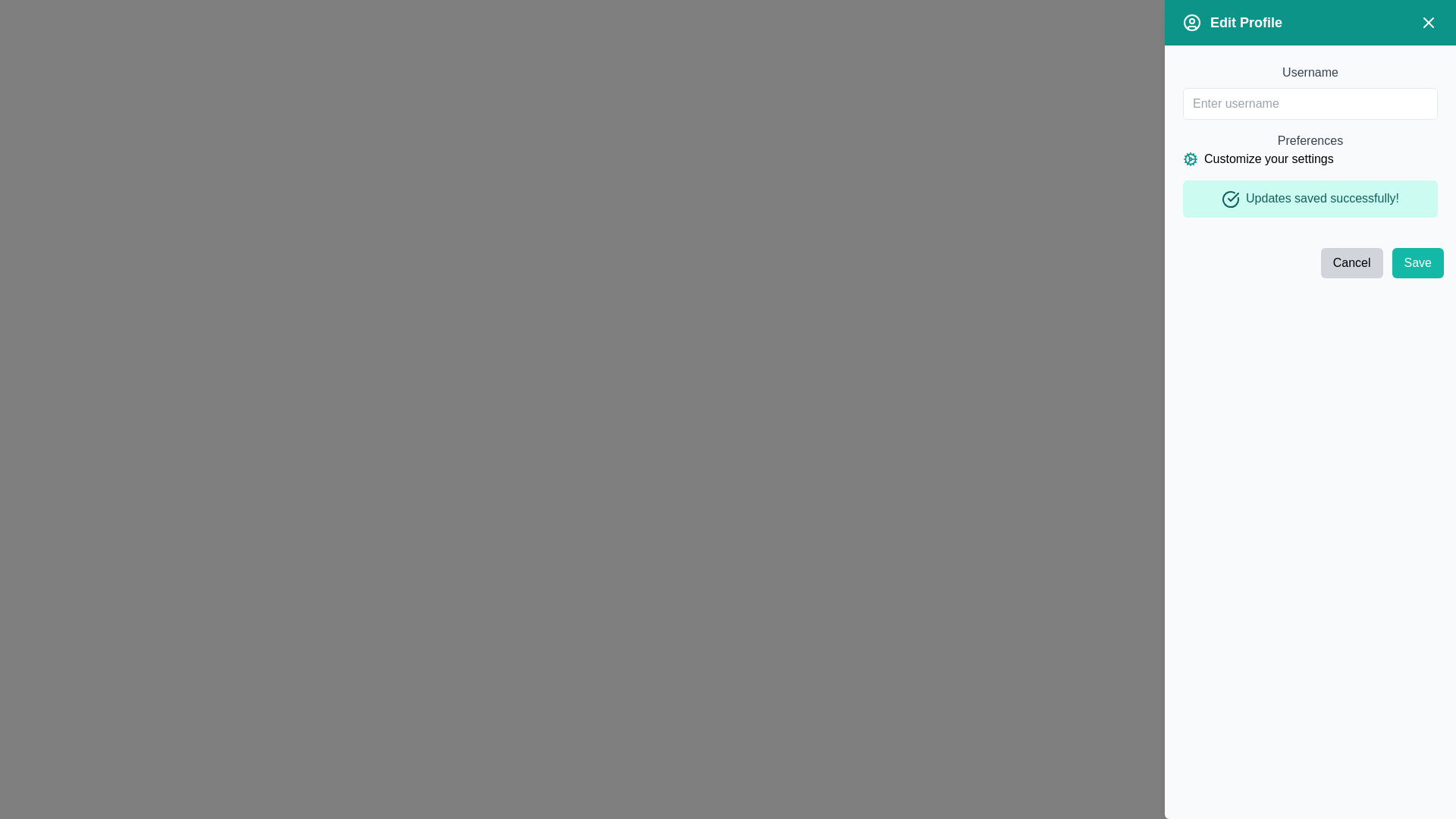 The width and height of the screenshot is (1456, 819). Describe the element at coordinates (1310, 198) in the screenshot. I see `the Feedback banner displaying 'Updates saved successfully!' with a checkmark icon, positioned near the center-right of the interface` at that location.